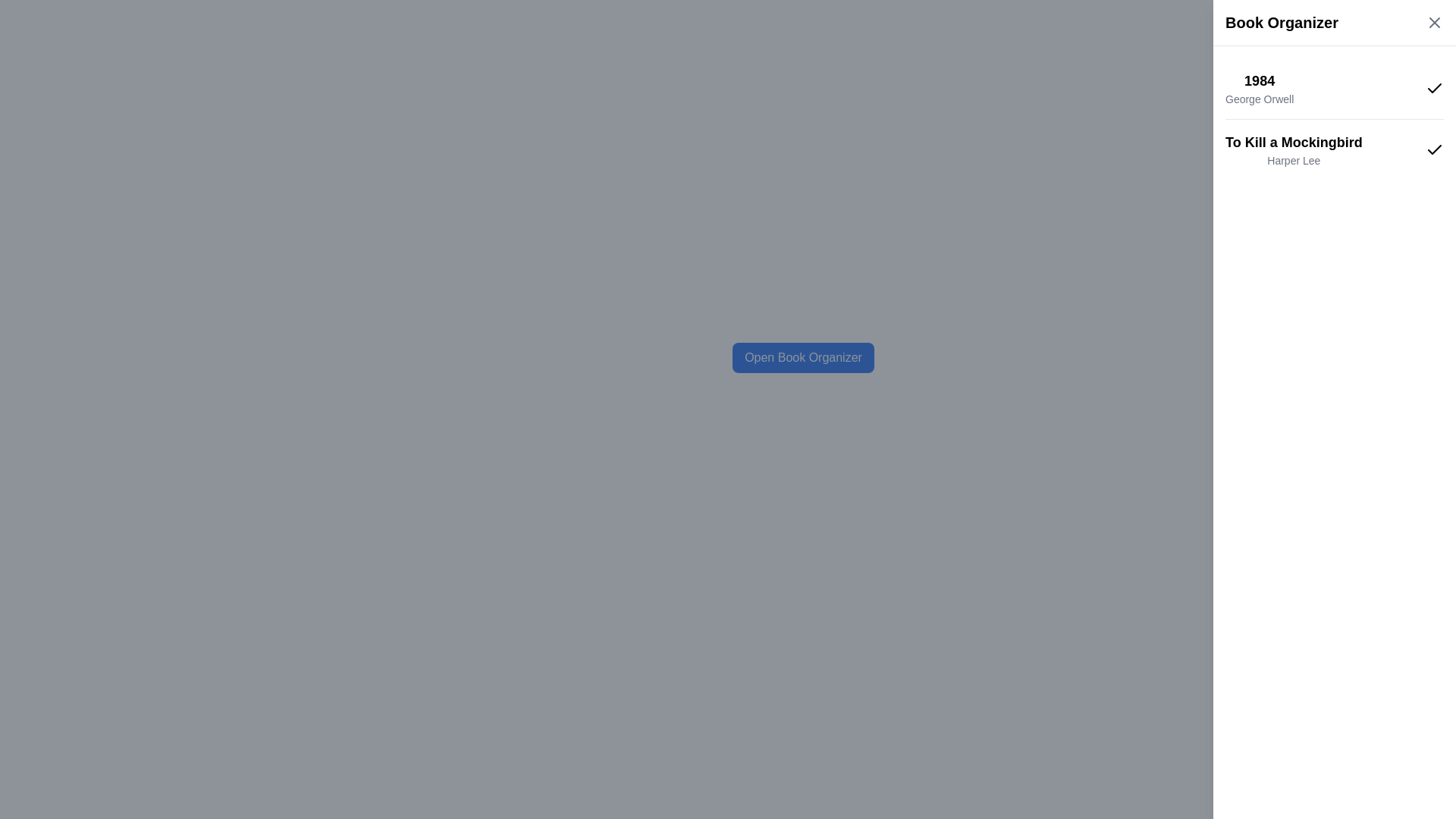  I want to click on the first item in the book list displaying the title '1984' by George Orwell, which is positioned at the top of the right sidebar, so click(1335, 88).